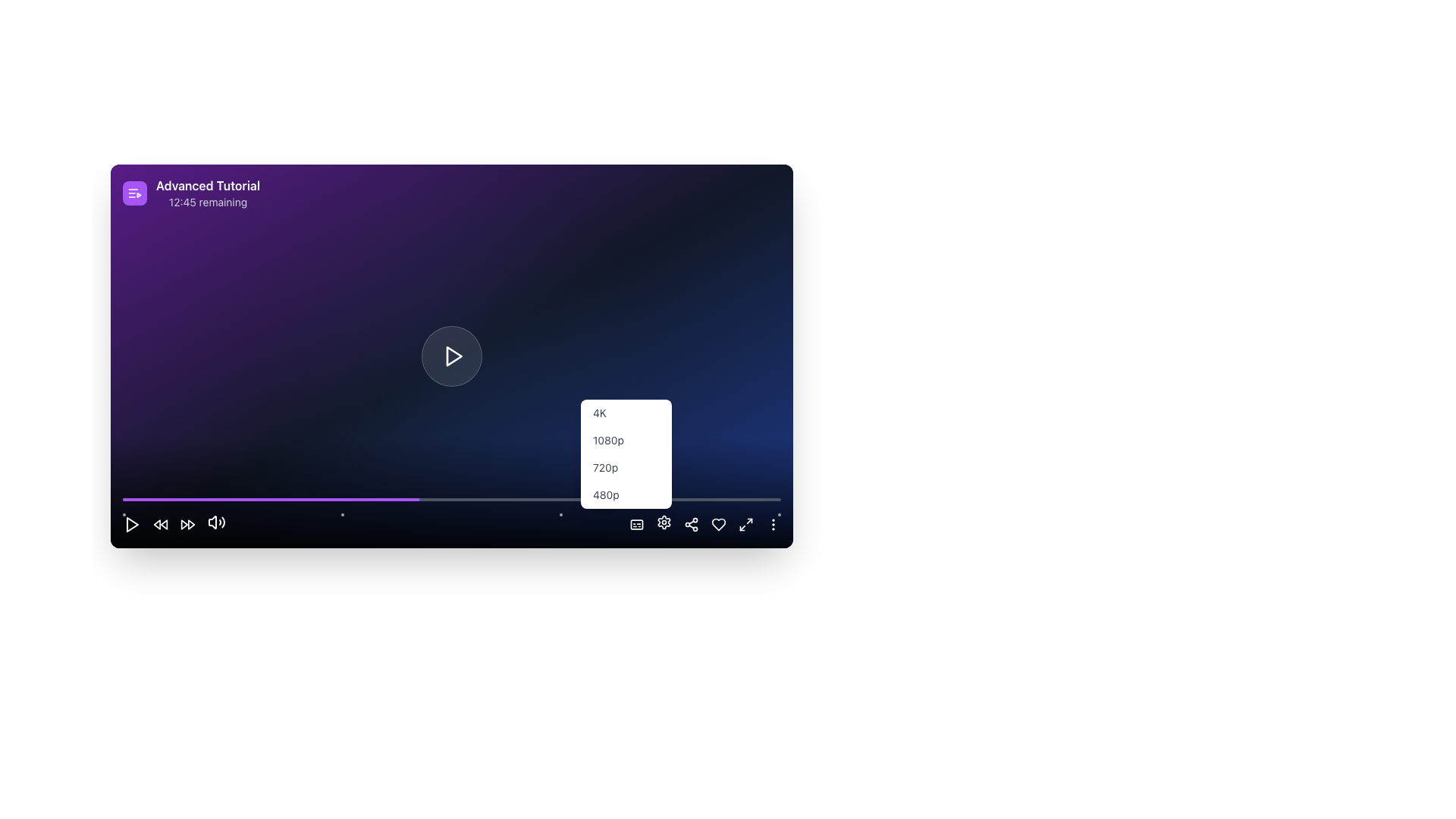 This screenshot has height=819, width=1456. Describe the element at coordinates (132, 523) in the screenshot. I see `the play icon, which is a filled triangle pointing to the right with a white outline, located at the bottom center of the video player interface` at that location.